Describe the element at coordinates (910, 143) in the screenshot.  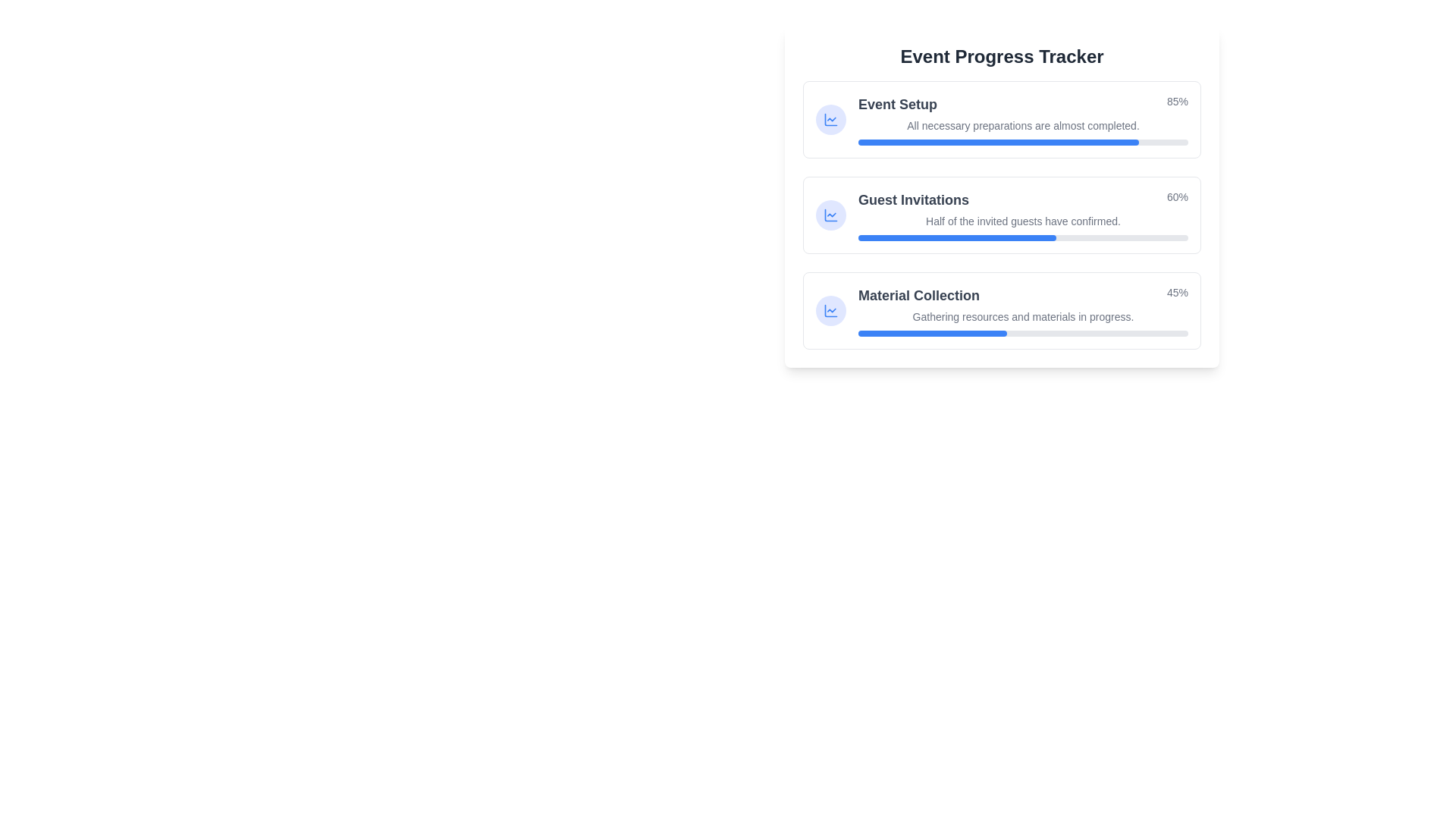
I see `the progress of the bar` at that location.